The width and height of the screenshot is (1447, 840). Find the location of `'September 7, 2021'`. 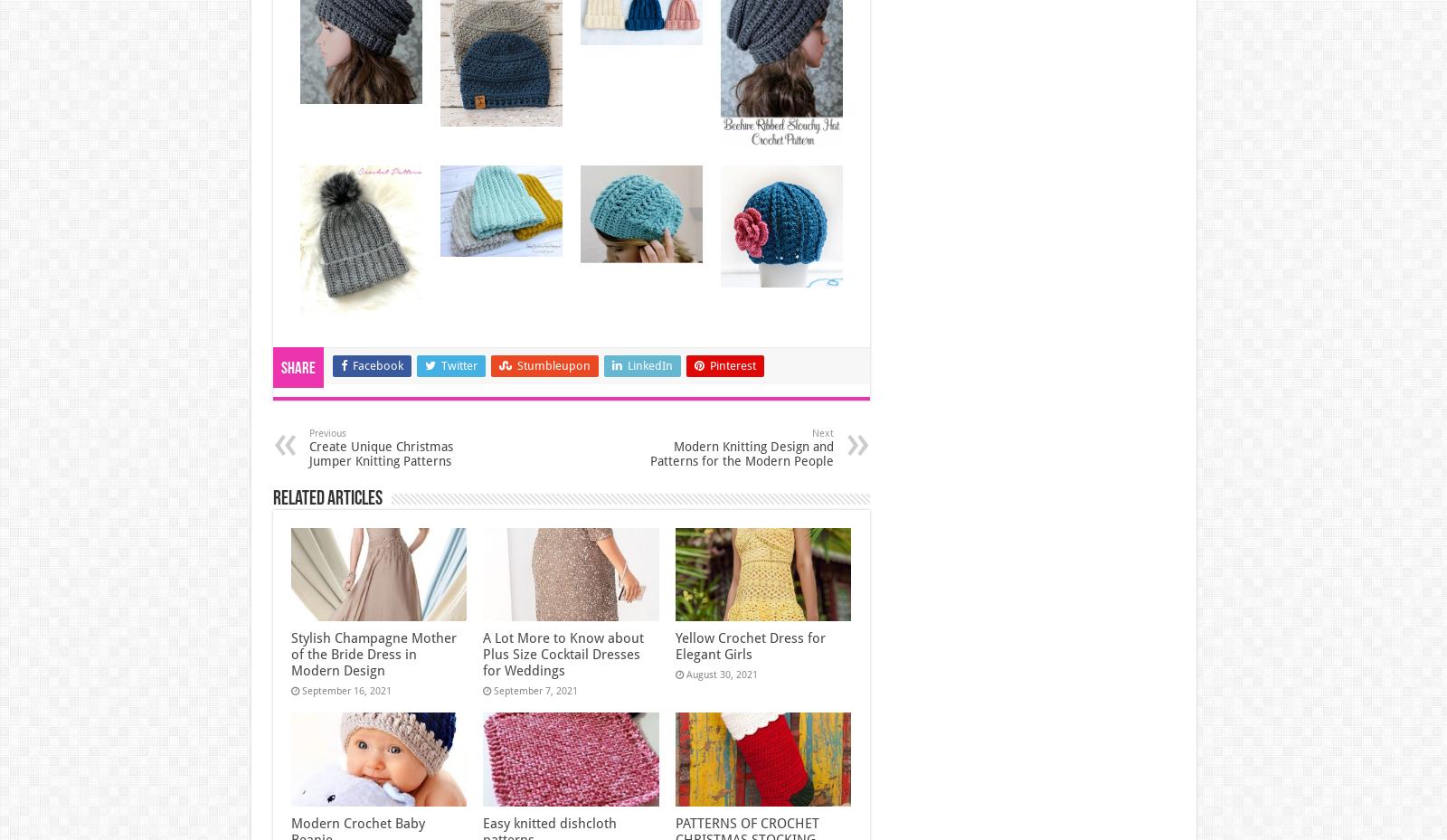

'September 7, 2021' is located at coordinates (492, 690).